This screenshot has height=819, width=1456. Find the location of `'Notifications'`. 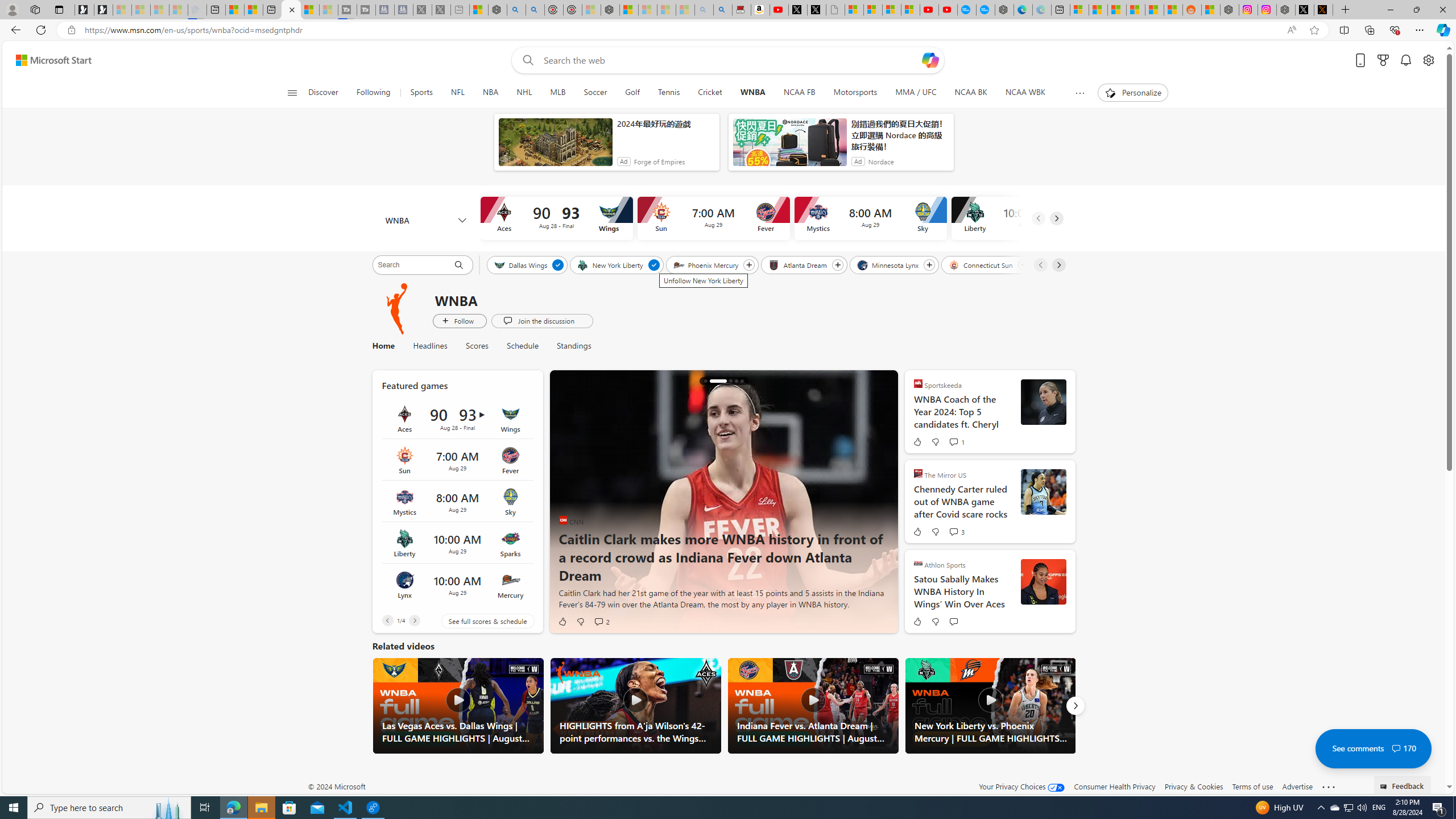

'Notifications' is located at coordinates (1405, 60).